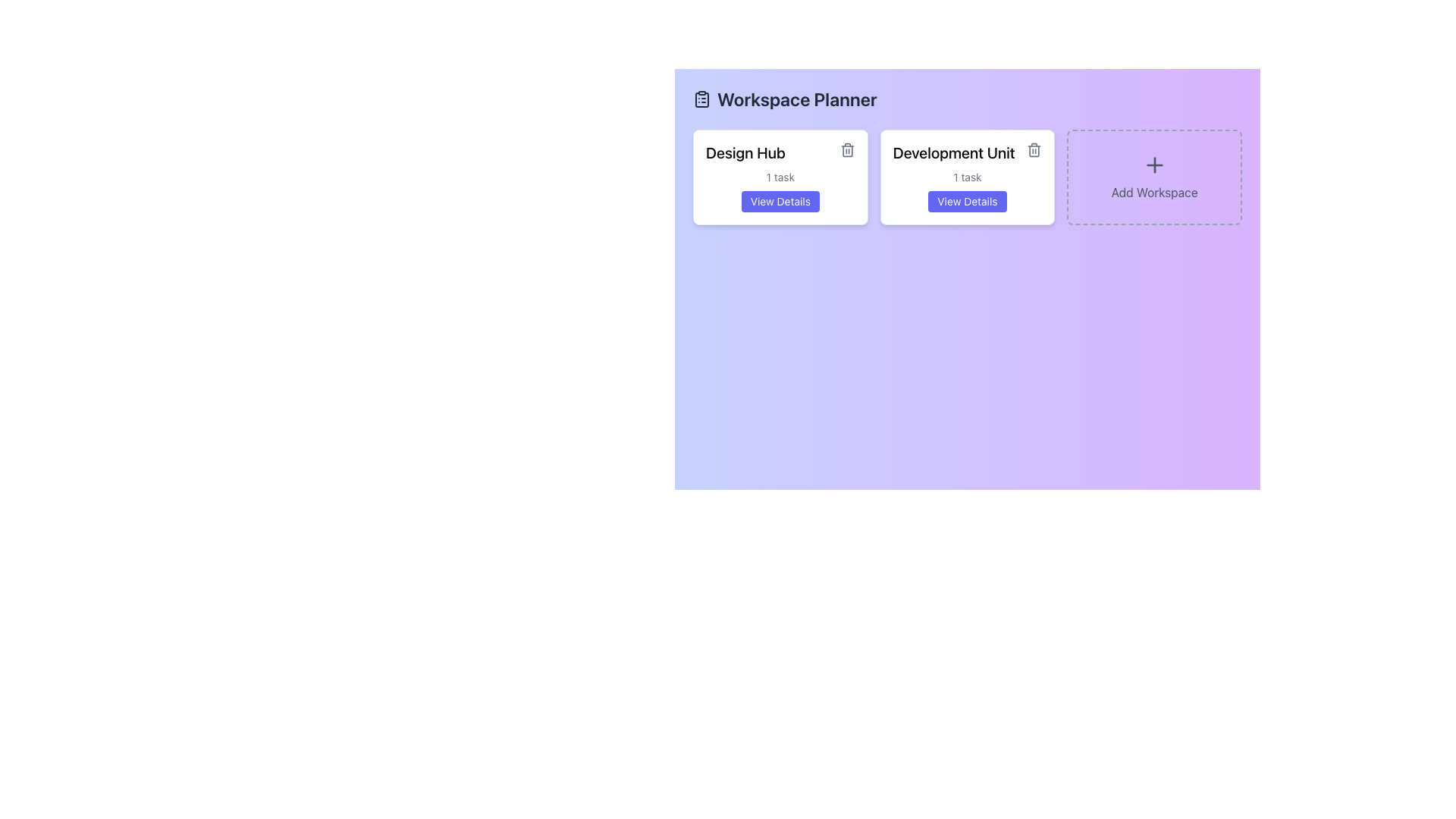 Image resolution: width=1456 pixels, height=819 pixels. I want to click on the informational text label displaying the number of tasks for the 'Development Unit', located below the title and above the 'View Details' button, so click(967, 177).